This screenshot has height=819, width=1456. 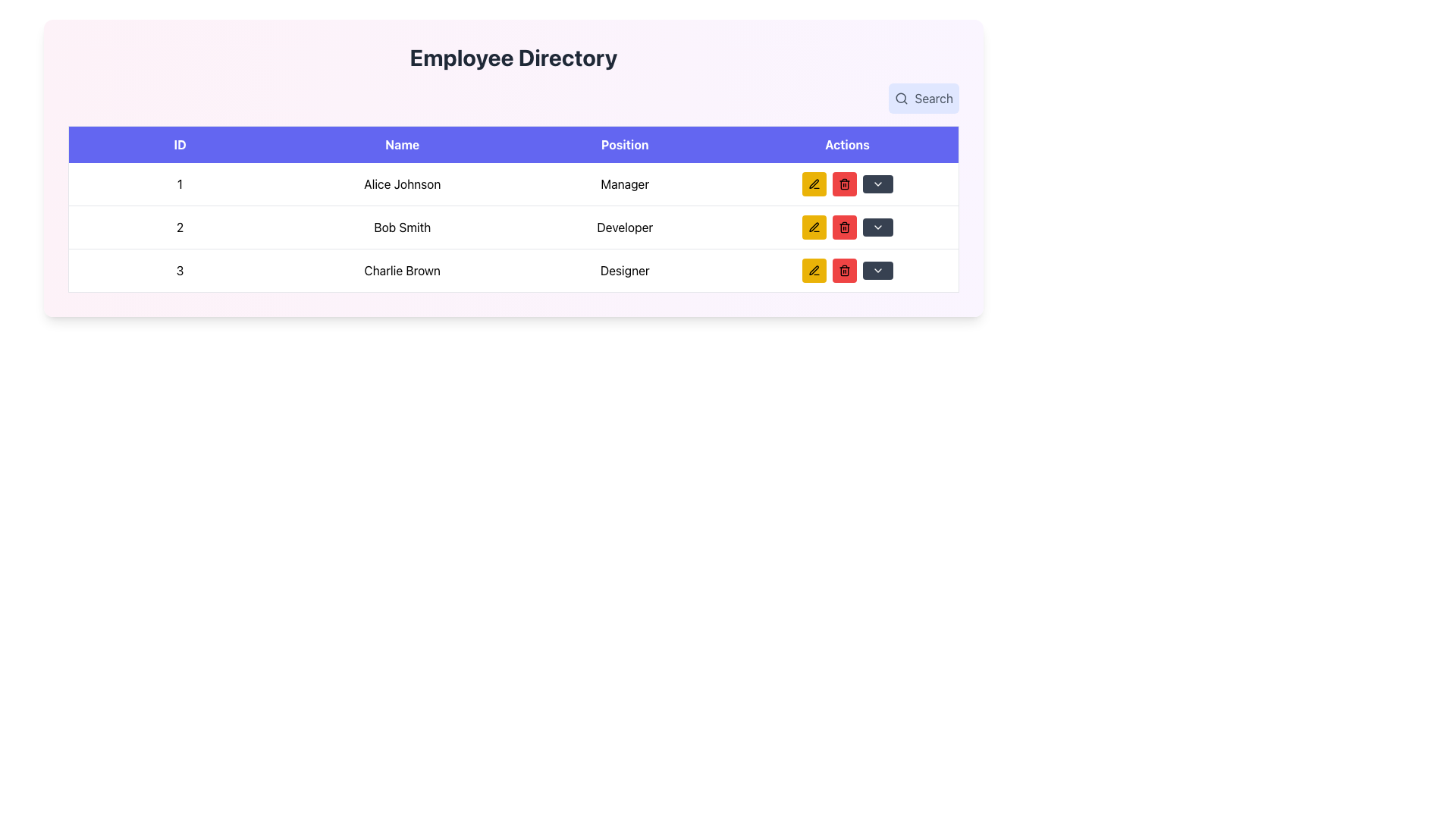 I want to click on the delete button located in the 'Actions' section of the row labeled 'Alice Johnson' and 'Manager', so click(x=846, y=184).